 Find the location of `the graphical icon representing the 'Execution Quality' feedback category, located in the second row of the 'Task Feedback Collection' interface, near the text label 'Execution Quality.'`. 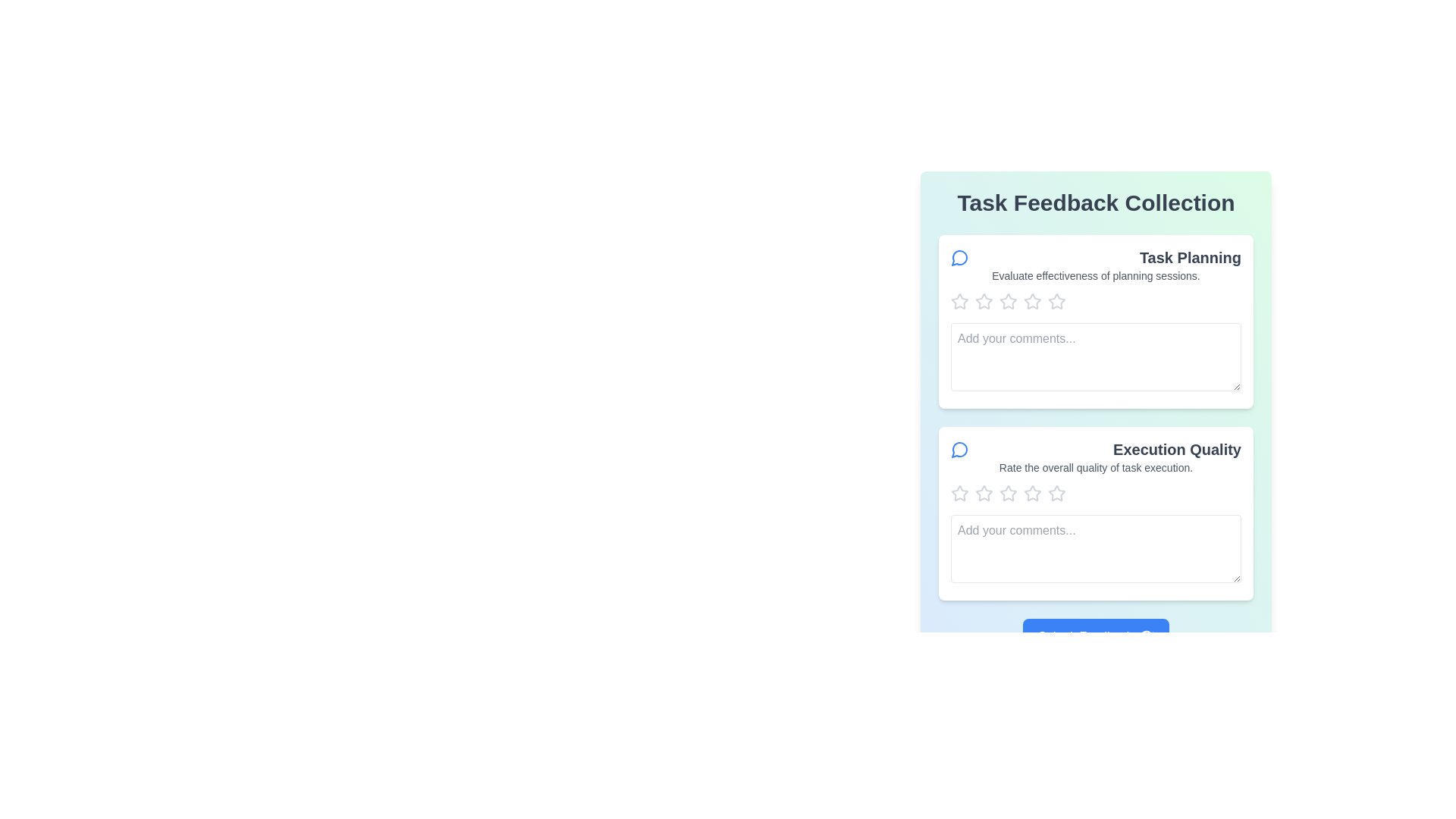

the graphical icon representing the 'Execution Quality' feedback category, located in the second row of the 'Task Feedback Collection' interface, near the text label 'Execution Quality.' is located at coordinates (959, 449).